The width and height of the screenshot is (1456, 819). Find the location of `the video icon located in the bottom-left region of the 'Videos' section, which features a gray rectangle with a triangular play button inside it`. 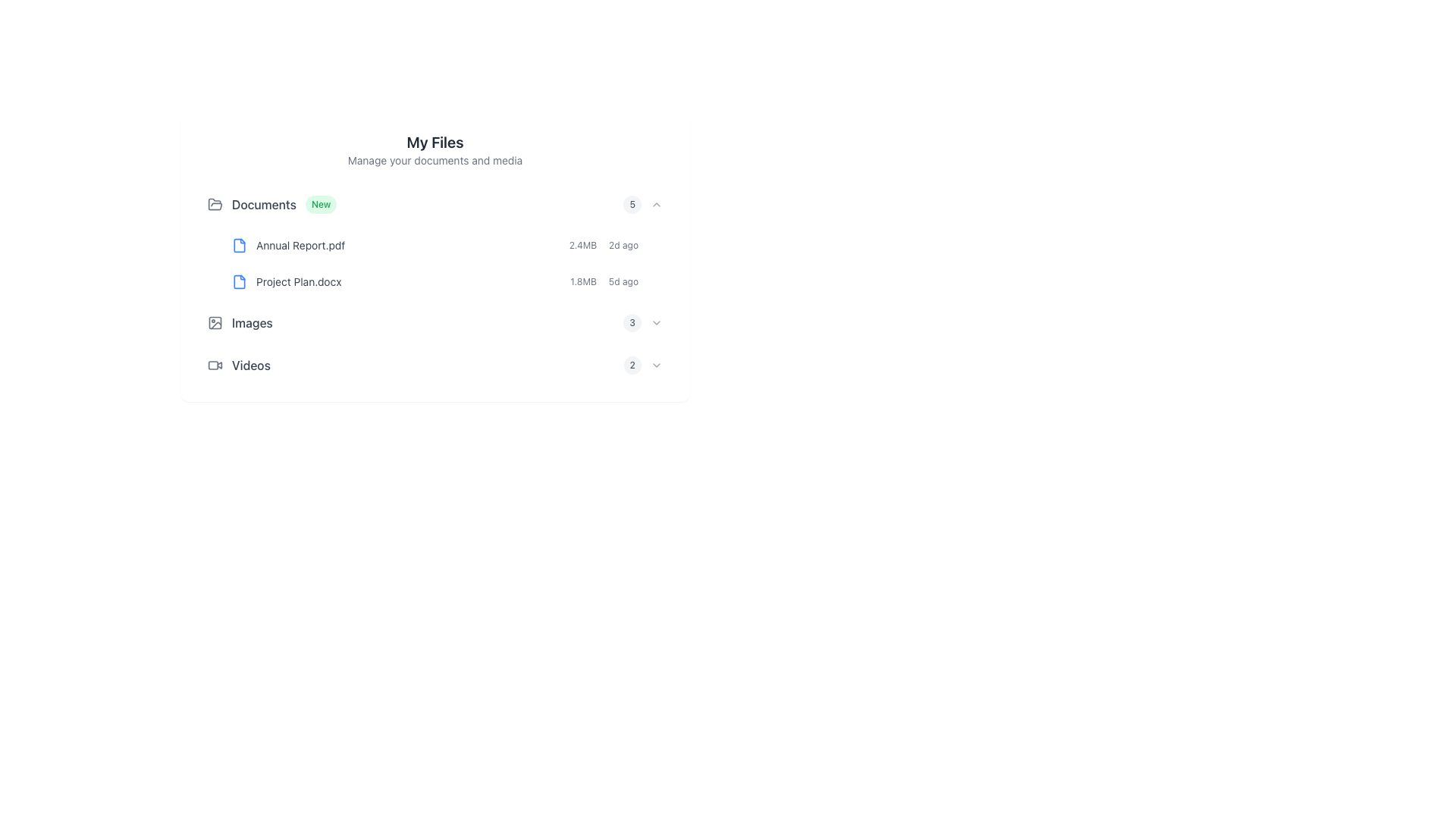

the video icon located in the bottom-left region of the 'Videos' section, which features a gray rectangle with a triangular play button inside it is located at coordinates (214, 366).